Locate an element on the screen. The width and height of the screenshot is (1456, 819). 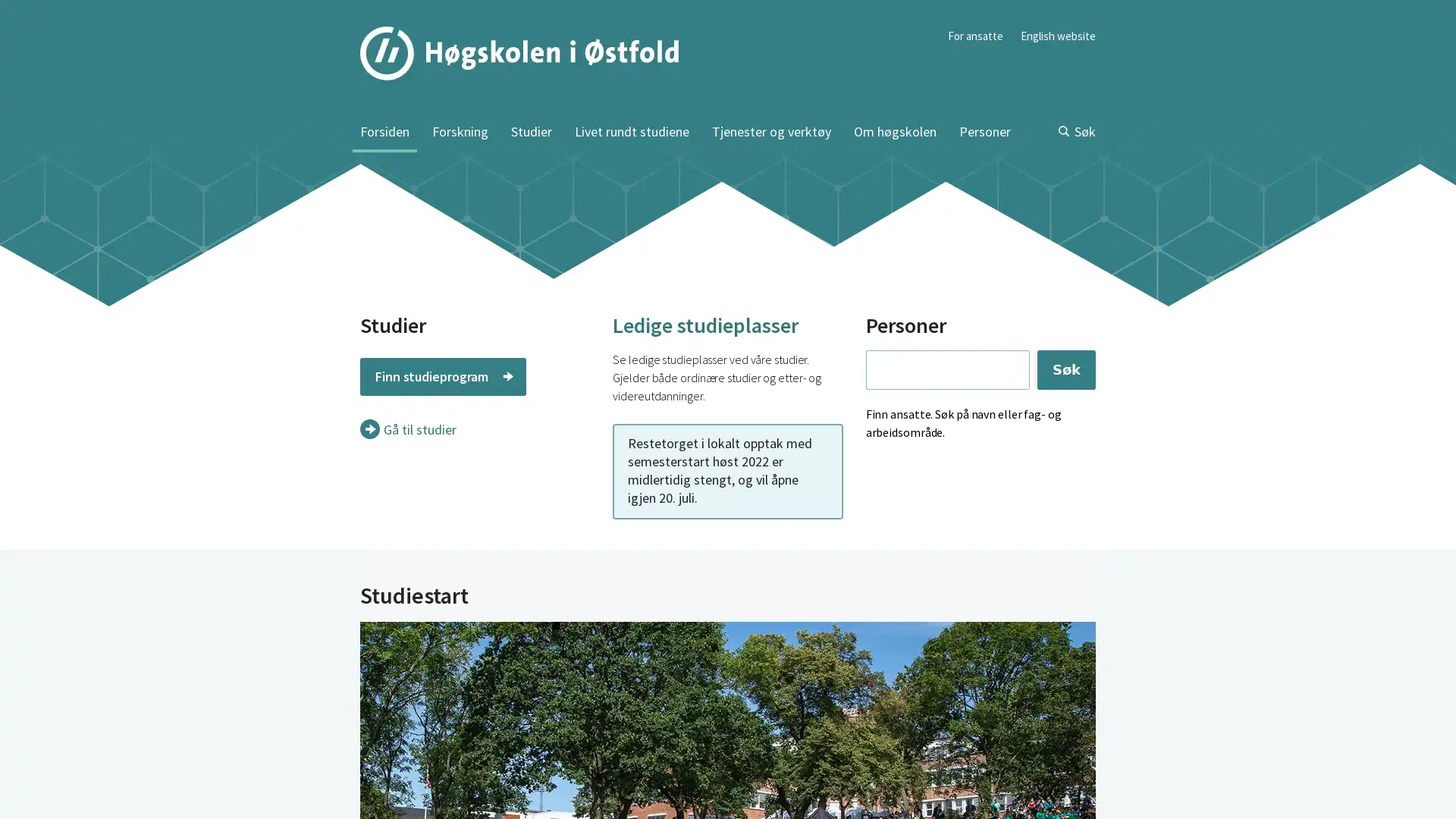
Sk is located at coordinates (1065, 210).